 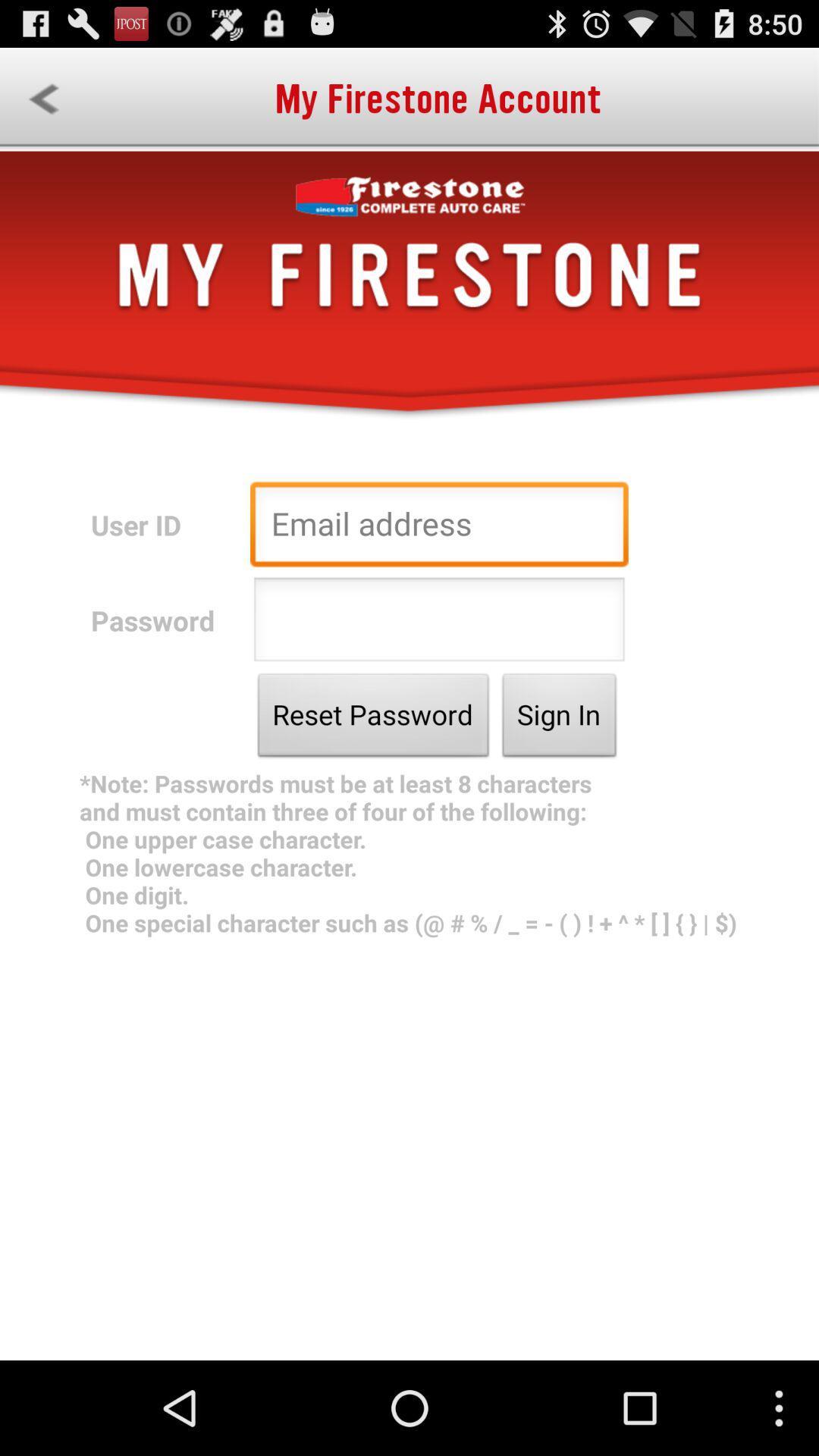 What do you see at coordinates (42, 105) in the screenshot?
I see `the arrow_backward icon` at bounding box center [42, 105].